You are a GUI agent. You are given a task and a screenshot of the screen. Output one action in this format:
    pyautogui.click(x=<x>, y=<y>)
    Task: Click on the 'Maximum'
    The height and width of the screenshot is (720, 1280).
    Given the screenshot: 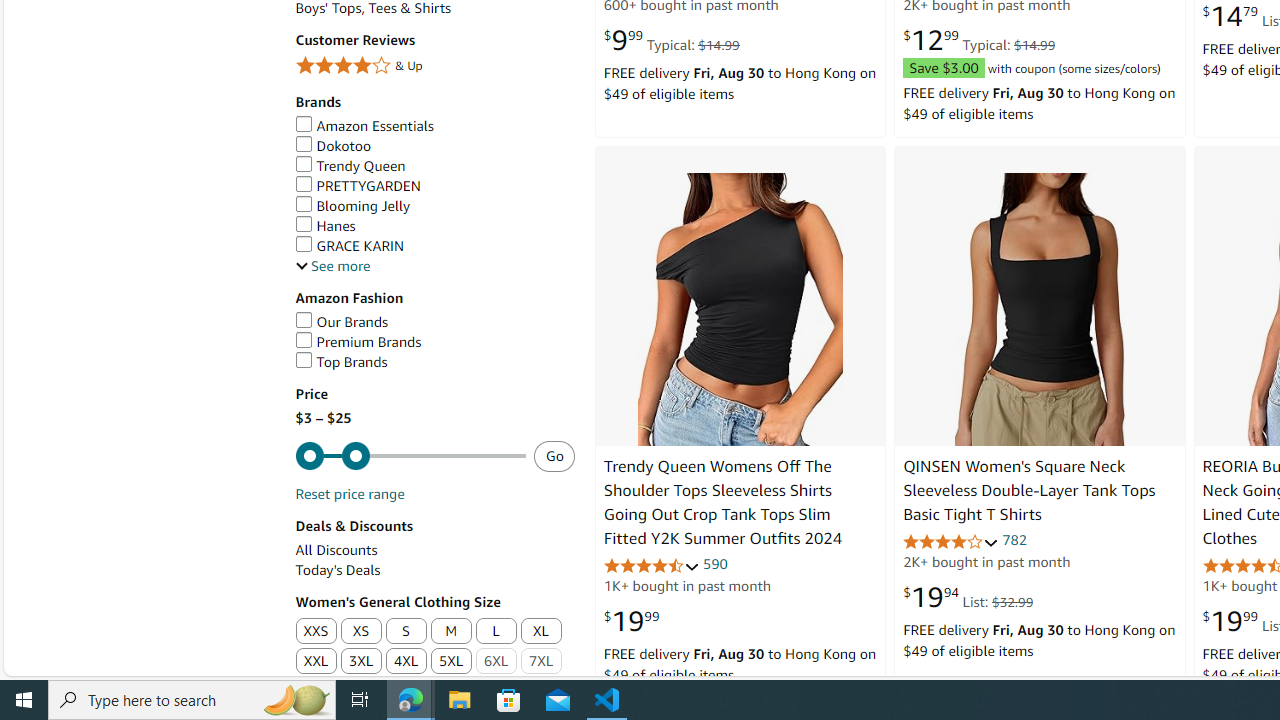 What is the action you would take?
    pyautogui.click(x=409, y=456)
    